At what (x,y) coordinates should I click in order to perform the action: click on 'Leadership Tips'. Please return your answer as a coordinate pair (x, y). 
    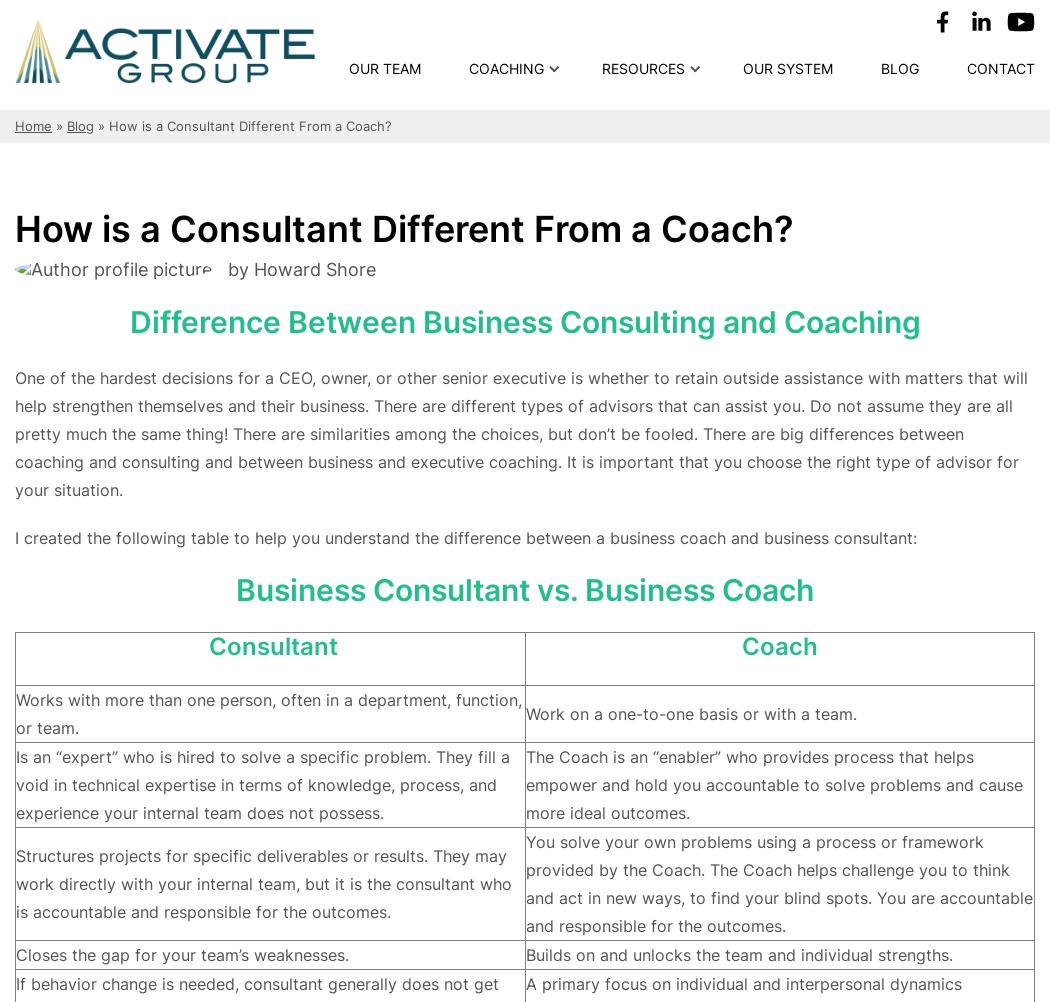
    Looking at the image, I should click on (677, 171).